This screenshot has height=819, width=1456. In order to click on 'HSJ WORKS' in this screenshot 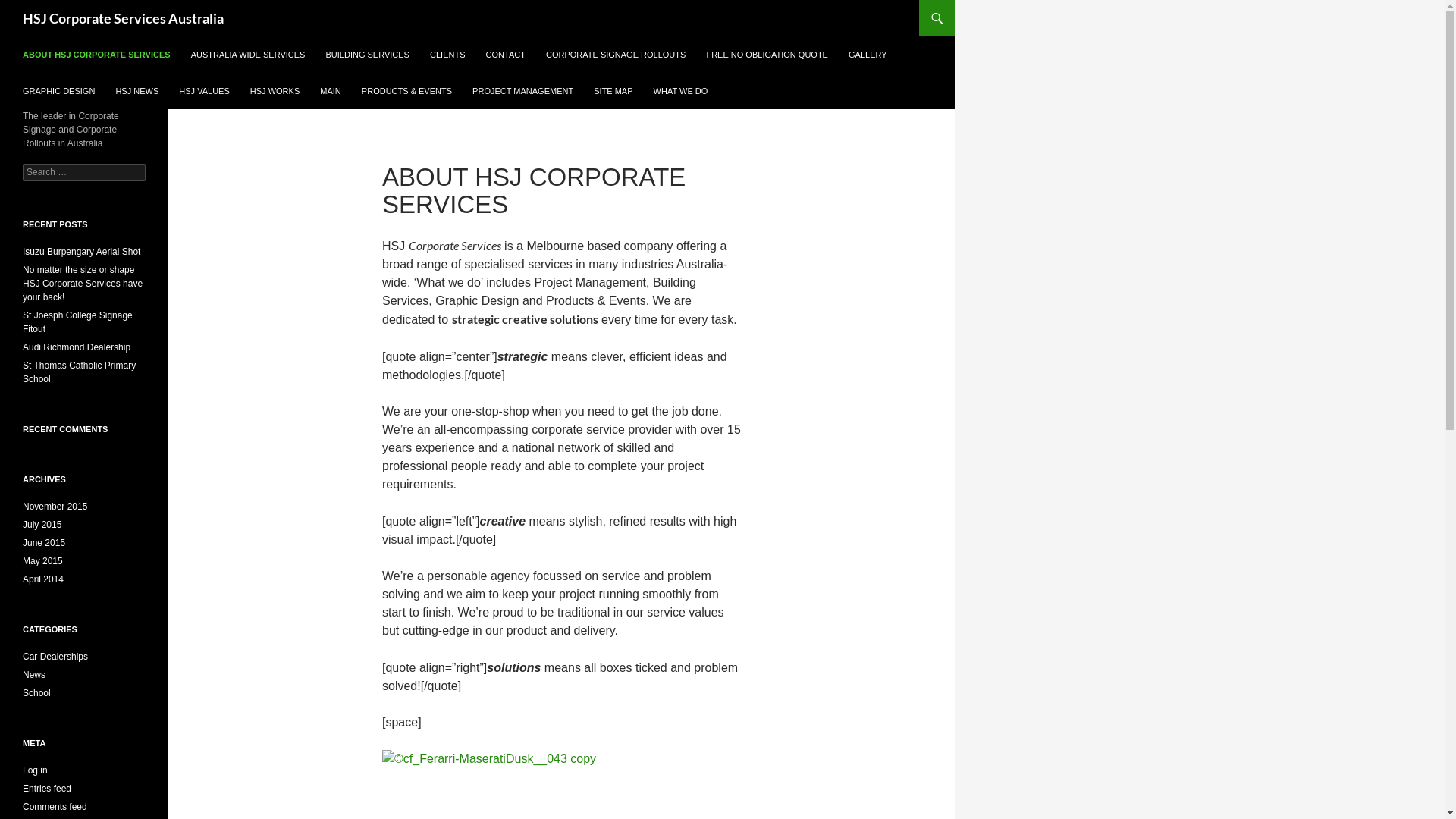, I will do `click(240, 90)`.